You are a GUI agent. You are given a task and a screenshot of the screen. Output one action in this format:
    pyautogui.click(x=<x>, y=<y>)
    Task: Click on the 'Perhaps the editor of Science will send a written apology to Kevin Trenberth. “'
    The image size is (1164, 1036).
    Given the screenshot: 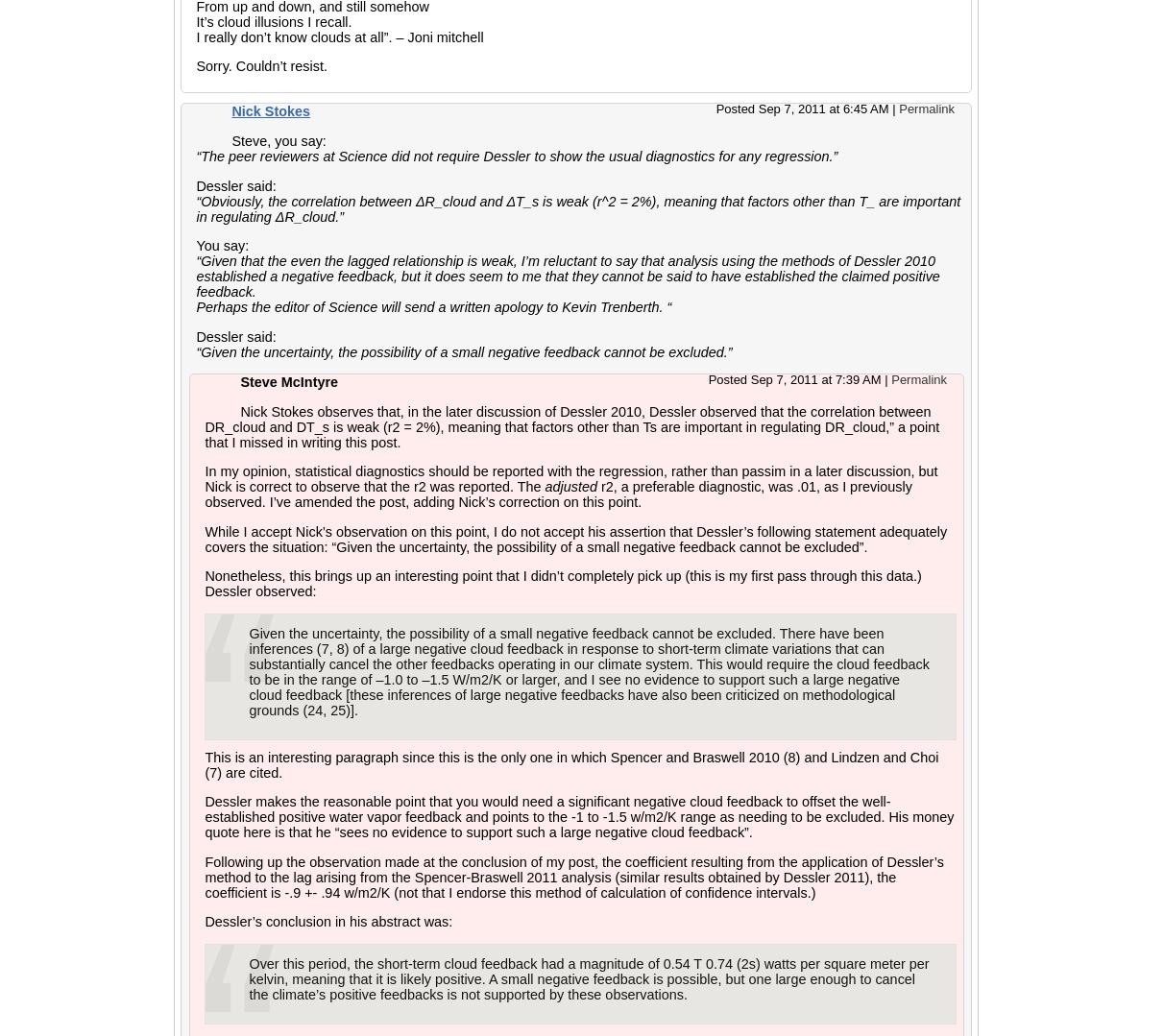 What is the action you would take?
    pyautogui.click(x=433, y=306)
    